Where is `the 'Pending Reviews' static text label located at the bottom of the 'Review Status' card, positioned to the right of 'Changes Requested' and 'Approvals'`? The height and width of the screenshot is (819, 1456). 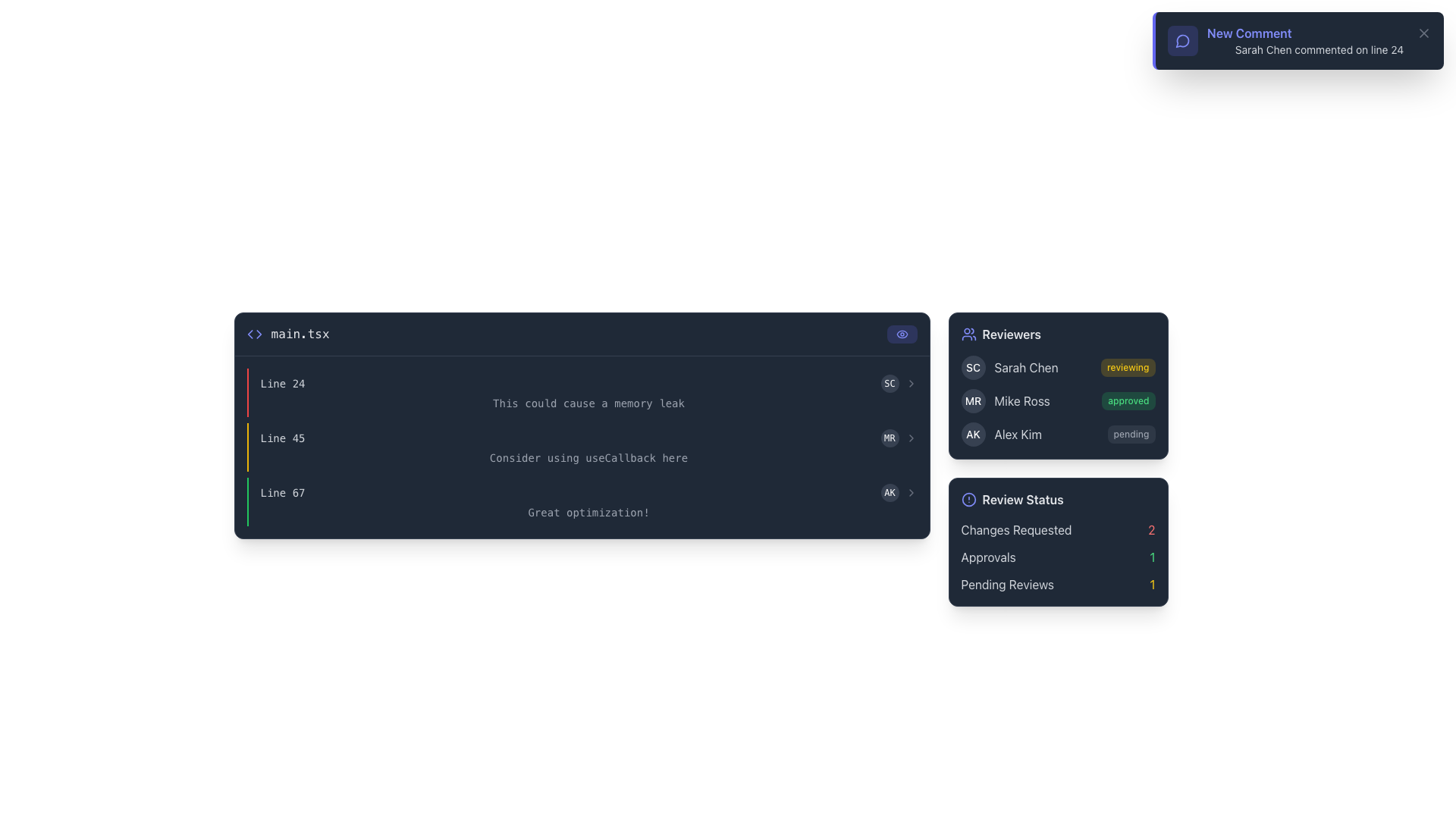 the 'Pending Reviews' static text label located at the bottom of the 'Review Status' card, positioned to the right of 'Changes Requested' and 'Approvals' is located at coordinates (1007, 584).